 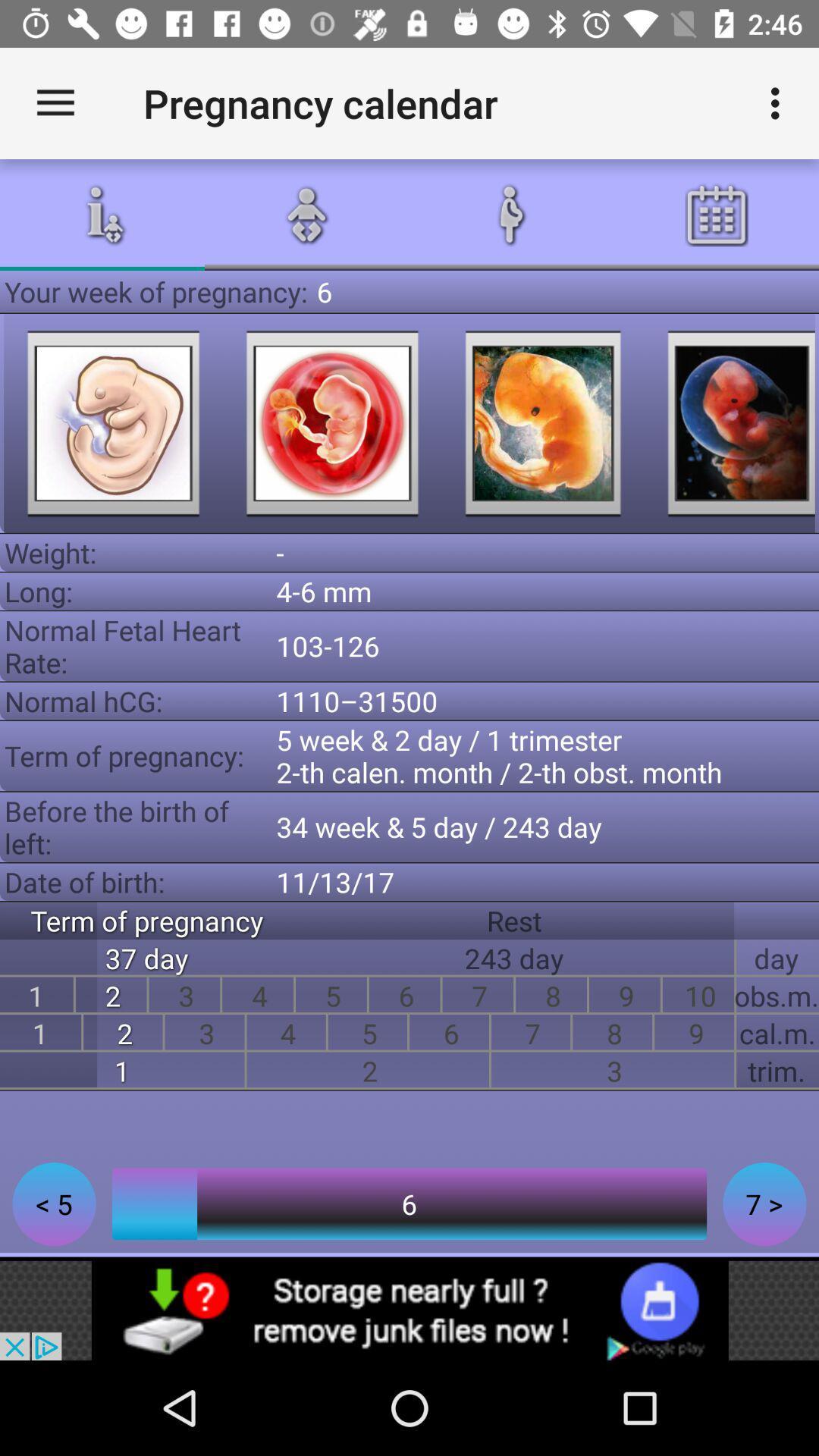 I want to click on pregnancy terms, so click(x=112, y=423).